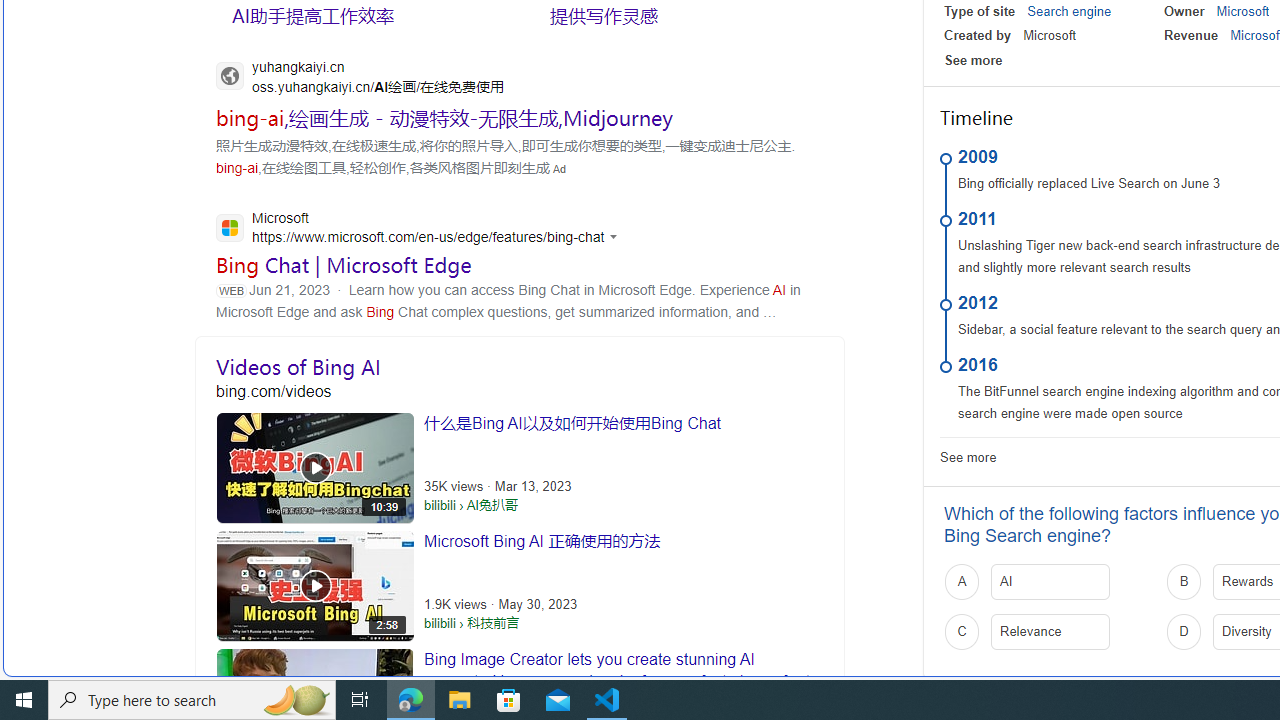 Image resolution: width=1280 pixels, height=720 pixels. What do you see at coordinates (1048, 582) in the screenshot?
I see `'A AI'` at bounding box center [1048, 582].